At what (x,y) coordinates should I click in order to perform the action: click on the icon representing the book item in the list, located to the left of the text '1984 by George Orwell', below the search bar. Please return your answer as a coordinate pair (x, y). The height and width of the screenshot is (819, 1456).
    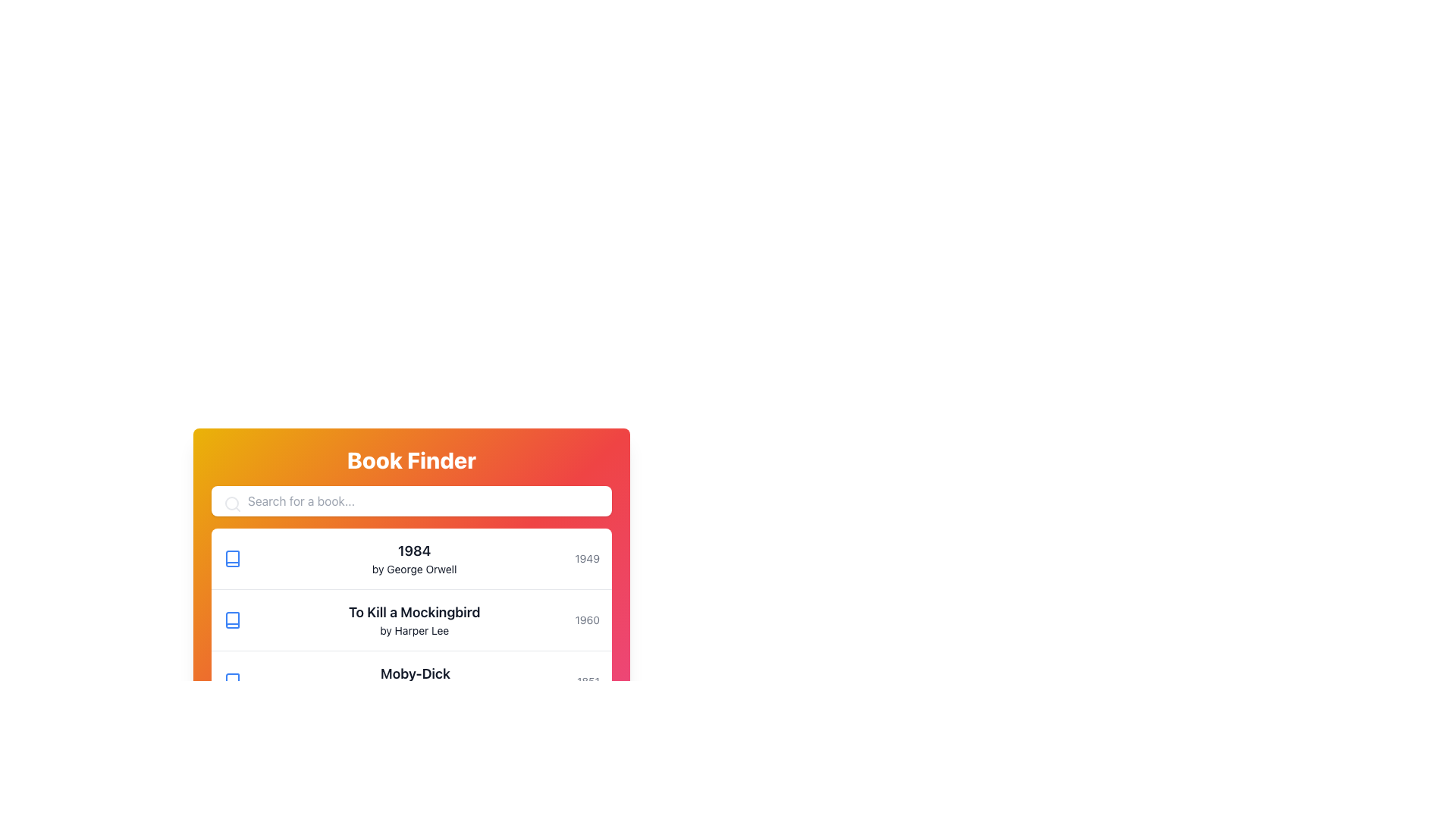
    Looking at the image, I should click on (232, 558).